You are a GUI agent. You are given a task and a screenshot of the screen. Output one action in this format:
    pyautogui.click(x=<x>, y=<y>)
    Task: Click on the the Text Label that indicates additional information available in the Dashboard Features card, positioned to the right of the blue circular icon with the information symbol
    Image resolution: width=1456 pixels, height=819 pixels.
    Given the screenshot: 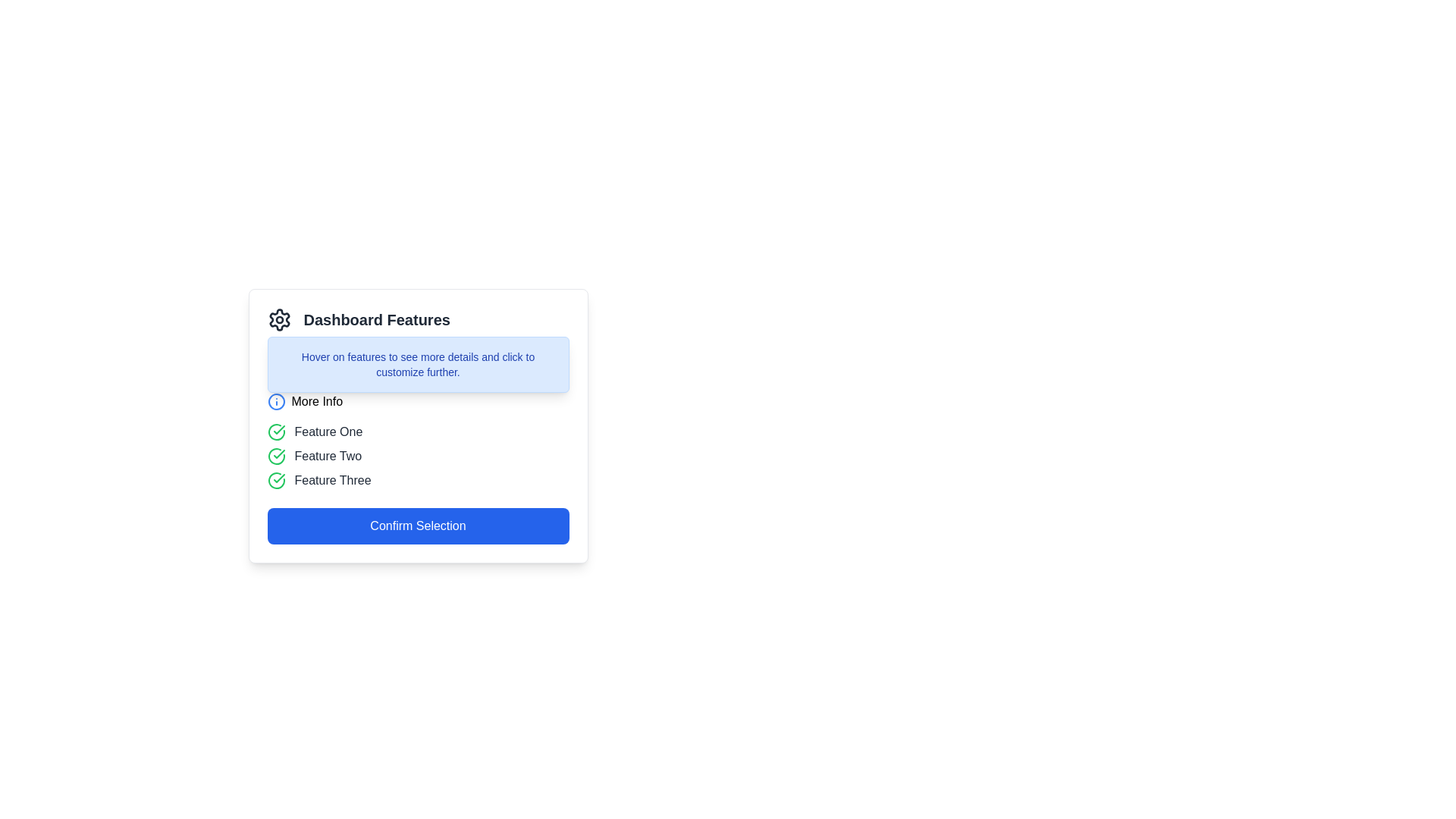 What is the action you would take?
    pyautogui.click(x=316, y=400)
    